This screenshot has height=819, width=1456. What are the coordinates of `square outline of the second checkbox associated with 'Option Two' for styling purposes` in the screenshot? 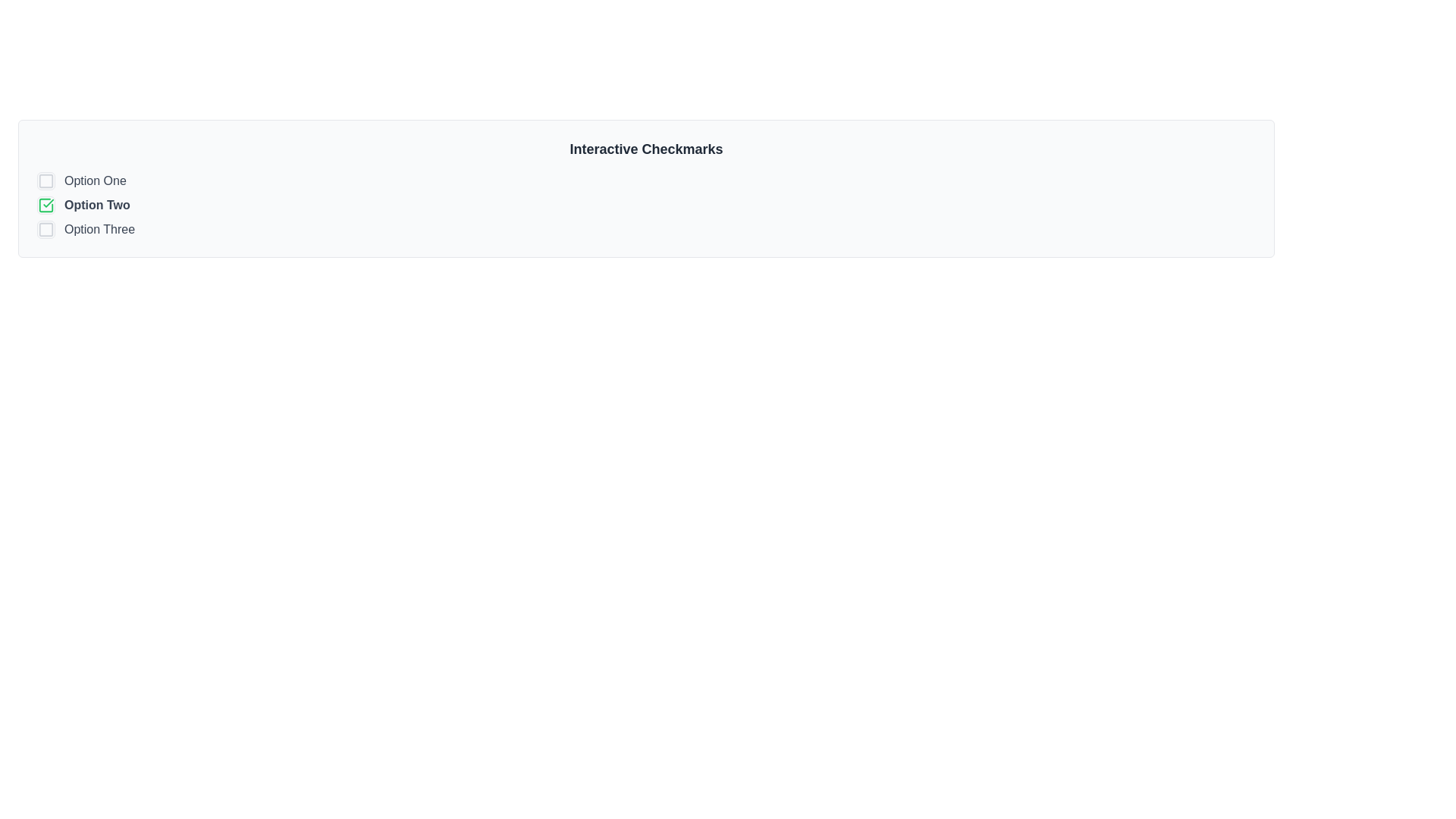 It's located at (46, 205).